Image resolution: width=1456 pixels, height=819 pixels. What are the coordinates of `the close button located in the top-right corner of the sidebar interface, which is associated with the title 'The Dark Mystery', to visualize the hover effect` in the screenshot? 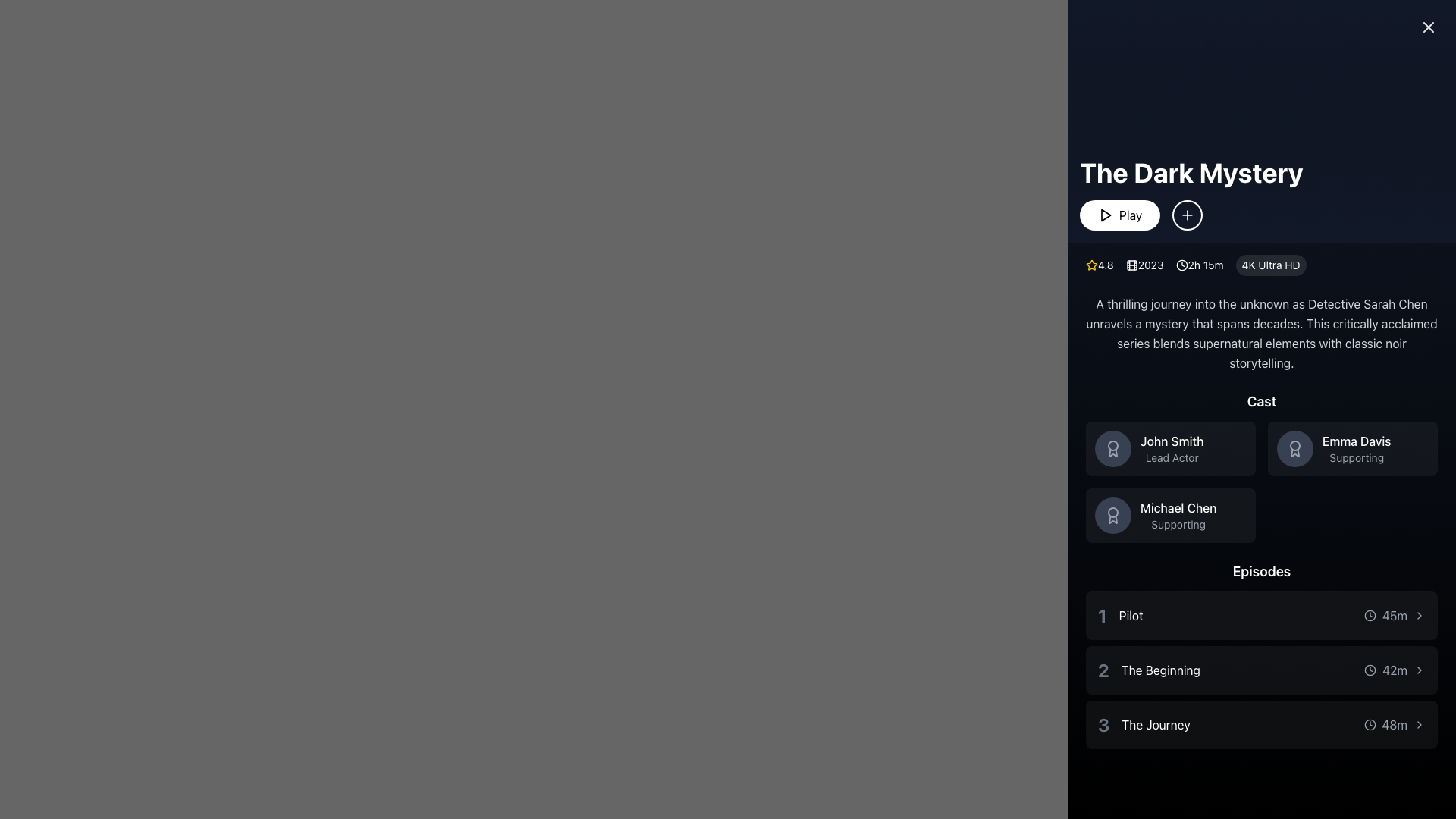 It's located at (1427, 27).